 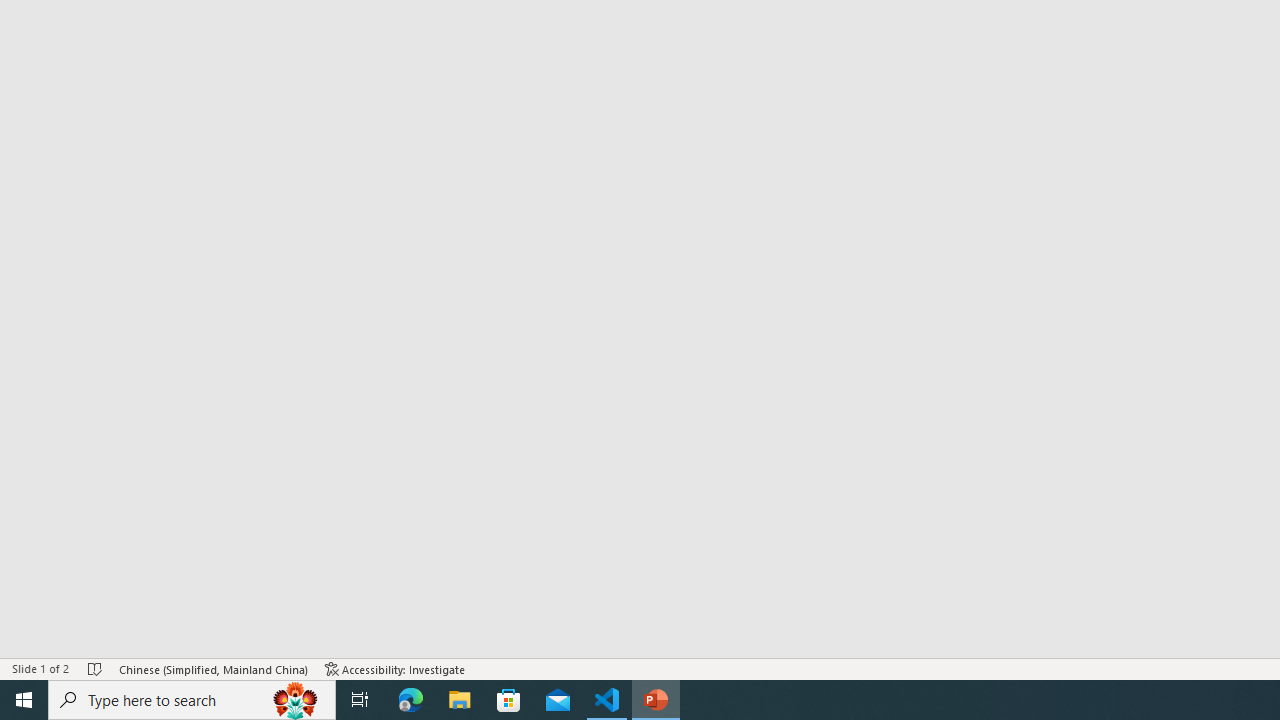 I want to click on 'Type here to search', so click(x=192, y=698).